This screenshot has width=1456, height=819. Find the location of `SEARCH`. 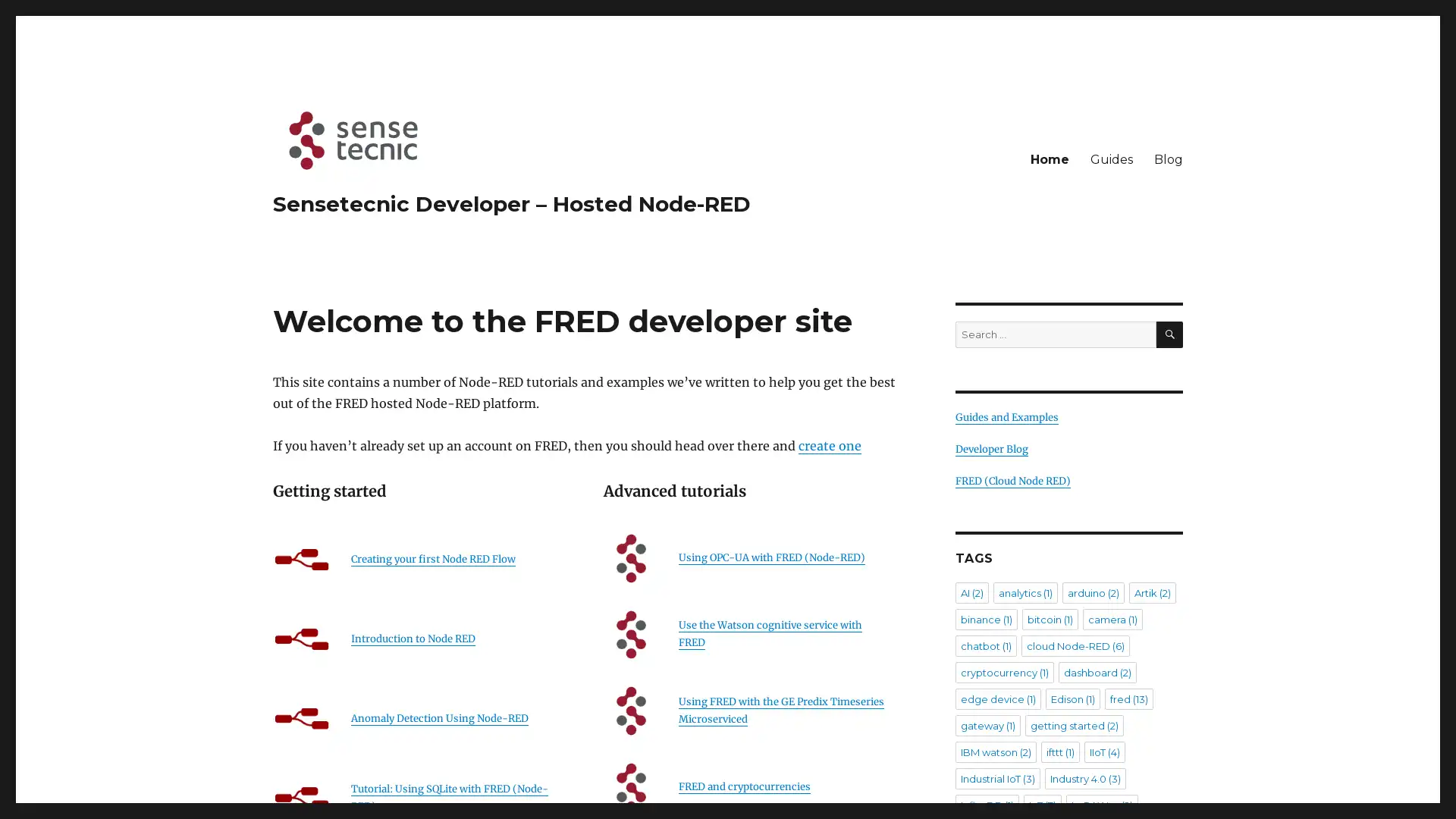

SEARCH is located at coordinates (1169, 334).